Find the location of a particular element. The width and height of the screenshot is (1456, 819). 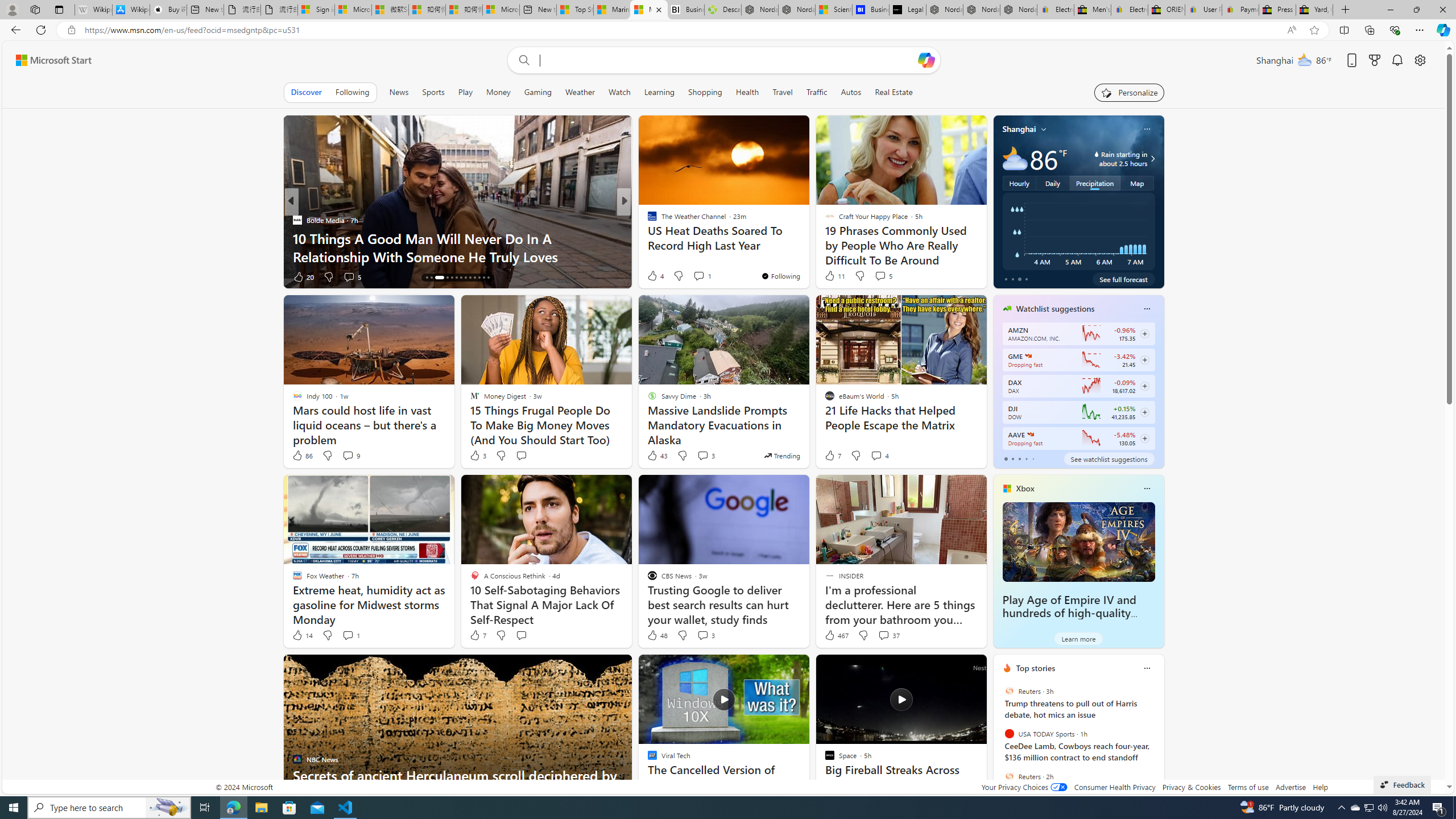

'516 Like' is located at coordinates (655, 276).